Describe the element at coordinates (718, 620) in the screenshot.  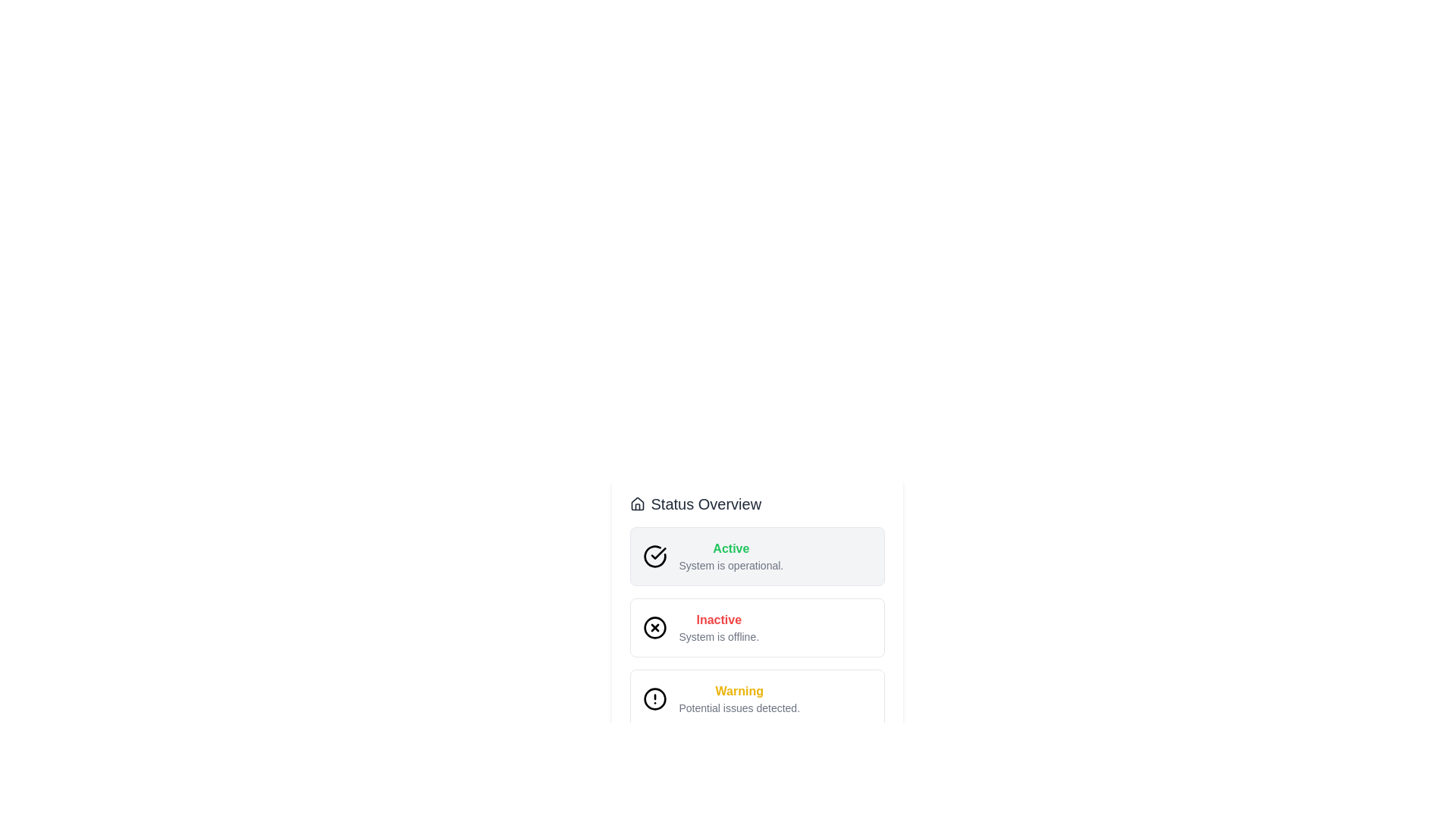
I see `status text label indicating that the system status is inactive or offline, located below the 'Active' section and above the 'Warning' section` at that location.